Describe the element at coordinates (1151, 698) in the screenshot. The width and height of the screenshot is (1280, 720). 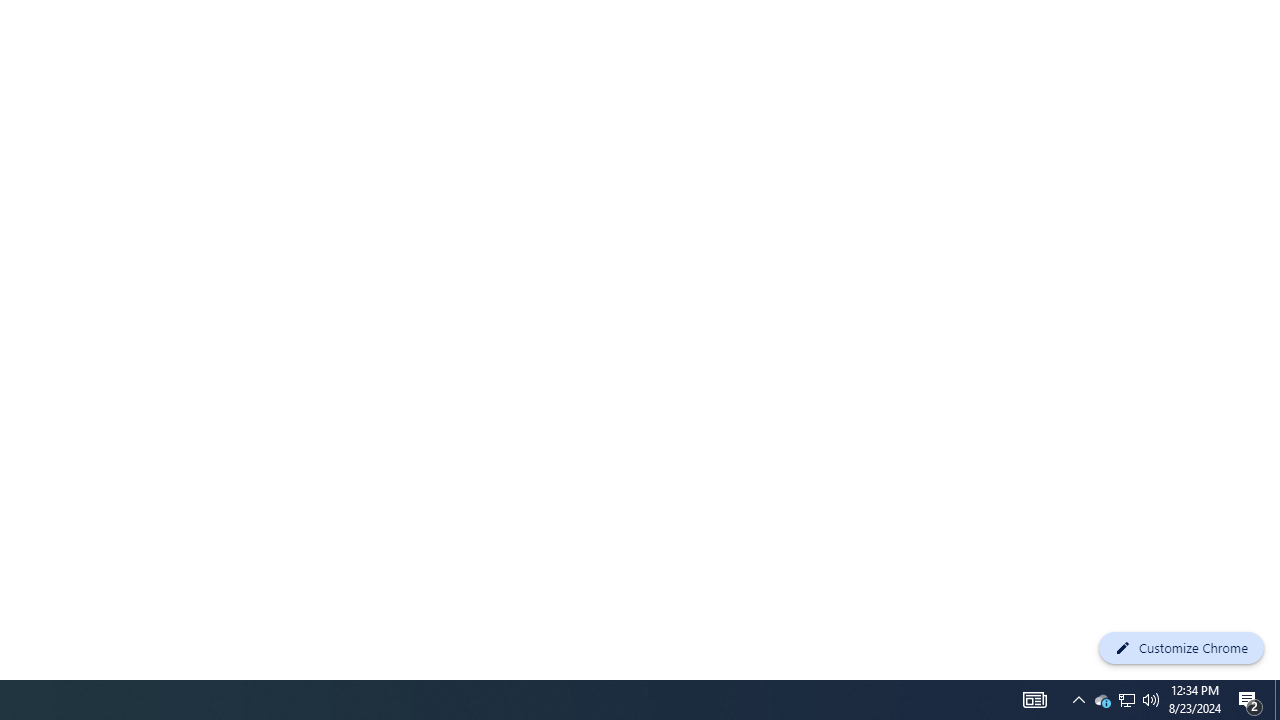
I see `'Q2790: 100%'` at that location.